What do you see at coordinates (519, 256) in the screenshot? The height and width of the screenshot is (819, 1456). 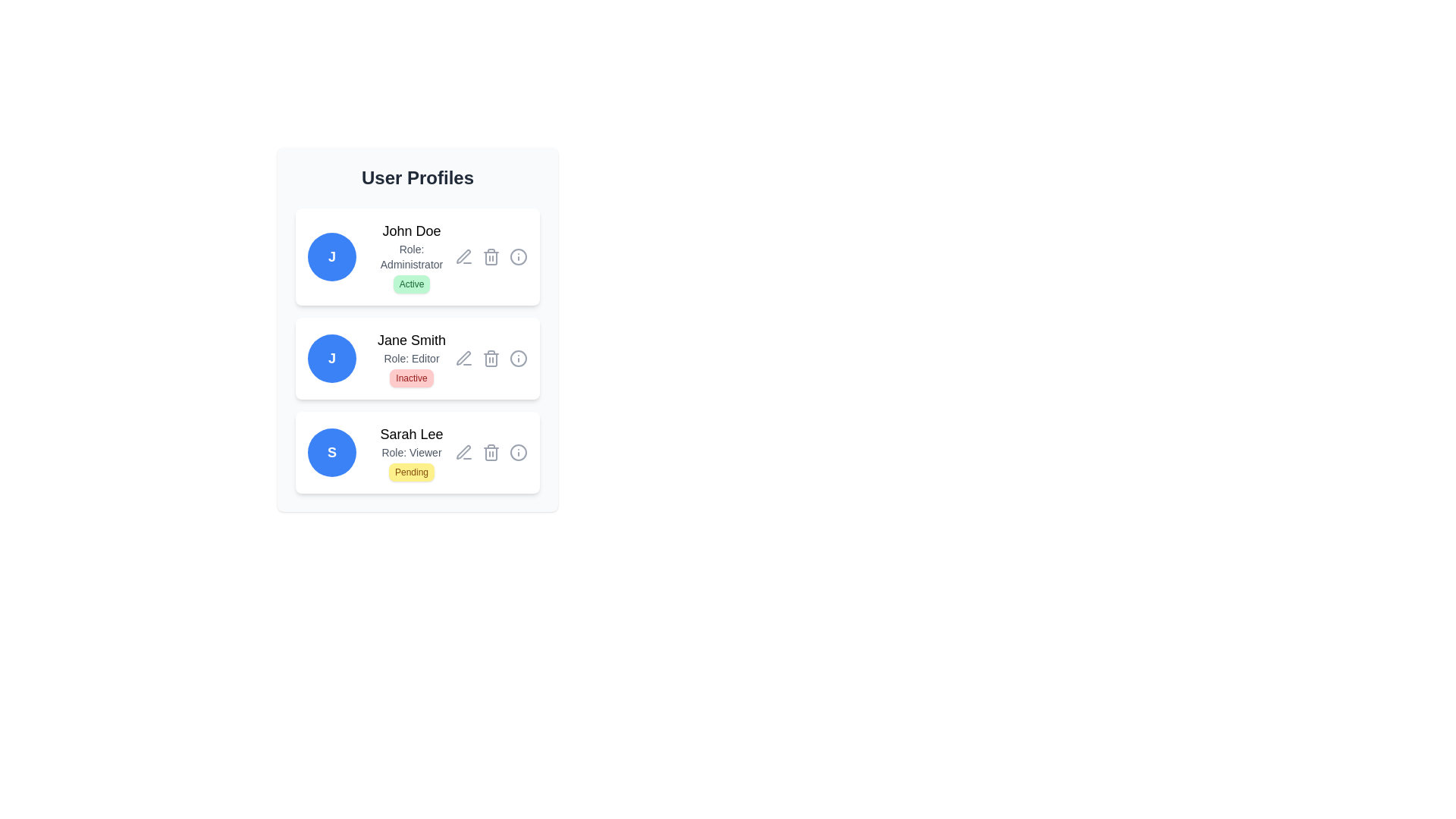 I see `the fourth circular Icon Button that changes color from gray to green when hovered, located in the uppermost profile section next to the profile name 'John Doe'` at bounding box center [519, 256].